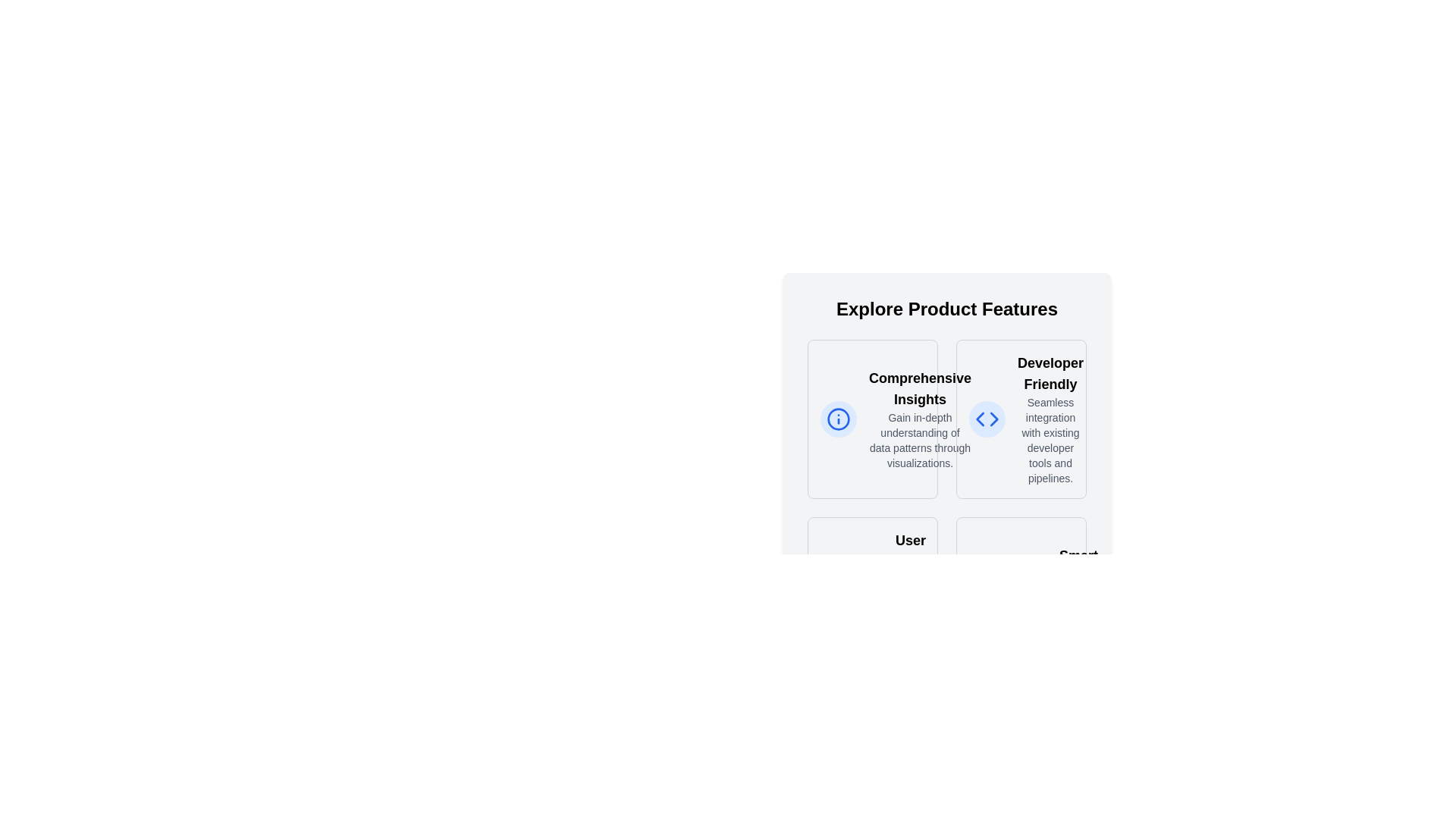 The height and width of the screenshot is (819, 1456). I want to click on the explanatory text element that provides details about the 'Comprehensive Insights' feature, located directly beneath the 'Comprehensive Insights' sibling in the 'Explore Product Features' section, so click(919, 441).